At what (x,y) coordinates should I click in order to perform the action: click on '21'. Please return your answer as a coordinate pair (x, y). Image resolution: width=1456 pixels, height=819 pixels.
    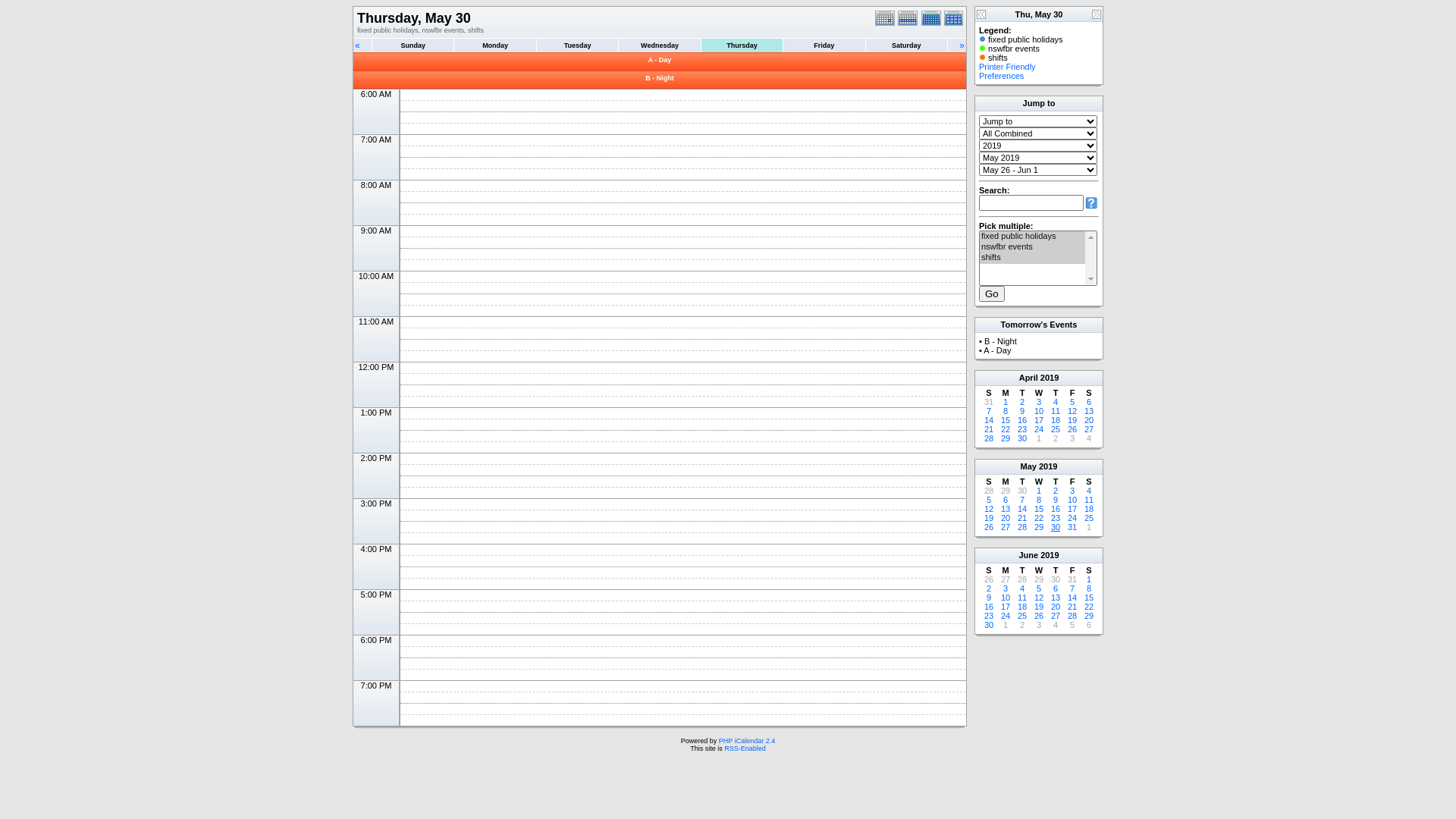
    Looking at the image, I should click on (1018, 516).